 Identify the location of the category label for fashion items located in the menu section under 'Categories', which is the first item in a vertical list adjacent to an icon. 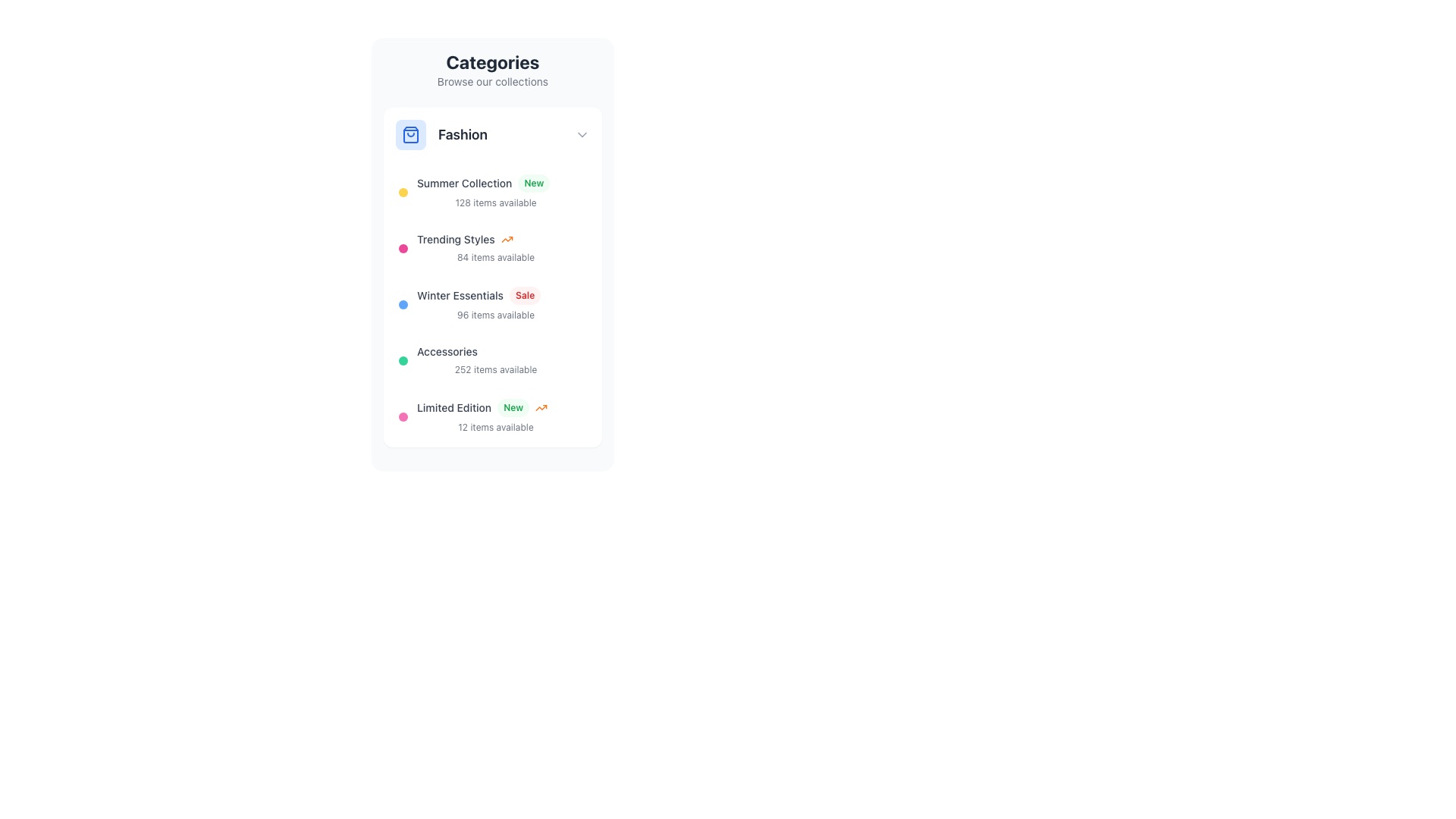
(462, 133).